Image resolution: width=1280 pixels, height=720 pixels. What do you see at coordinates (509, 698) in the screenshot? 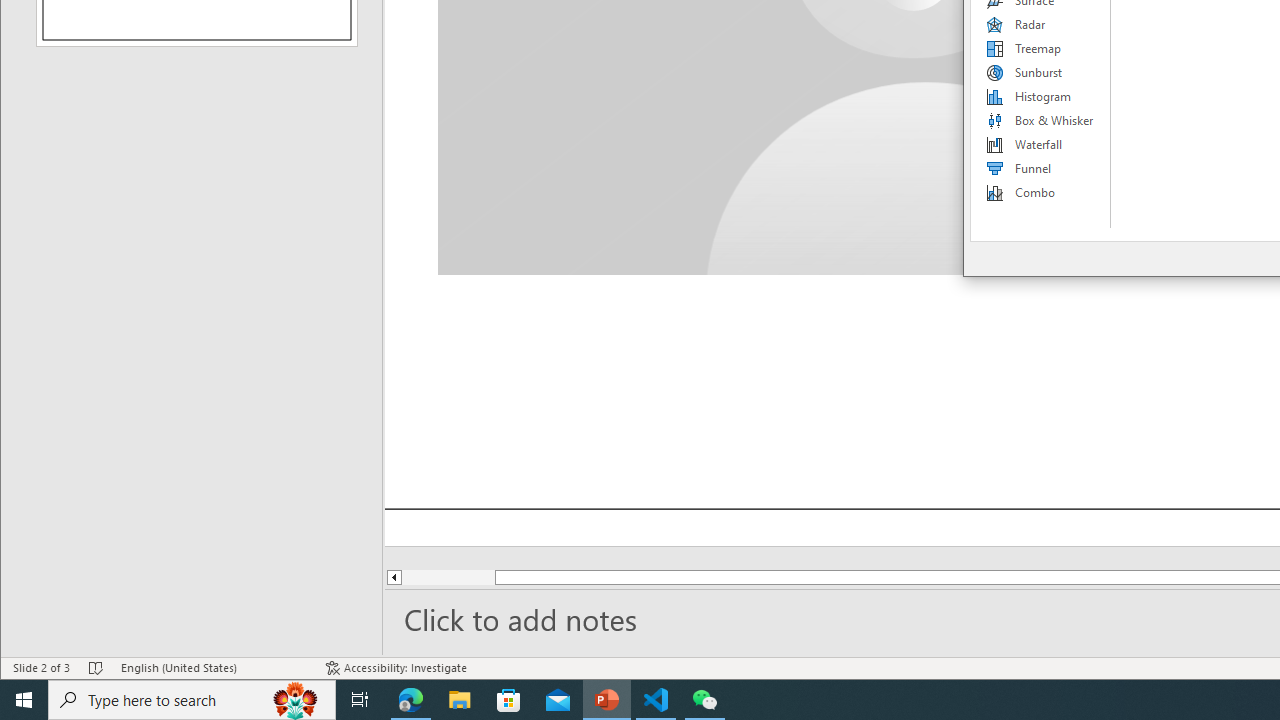
I see `'Microsoft Store'` at bounding box center [509, 698].